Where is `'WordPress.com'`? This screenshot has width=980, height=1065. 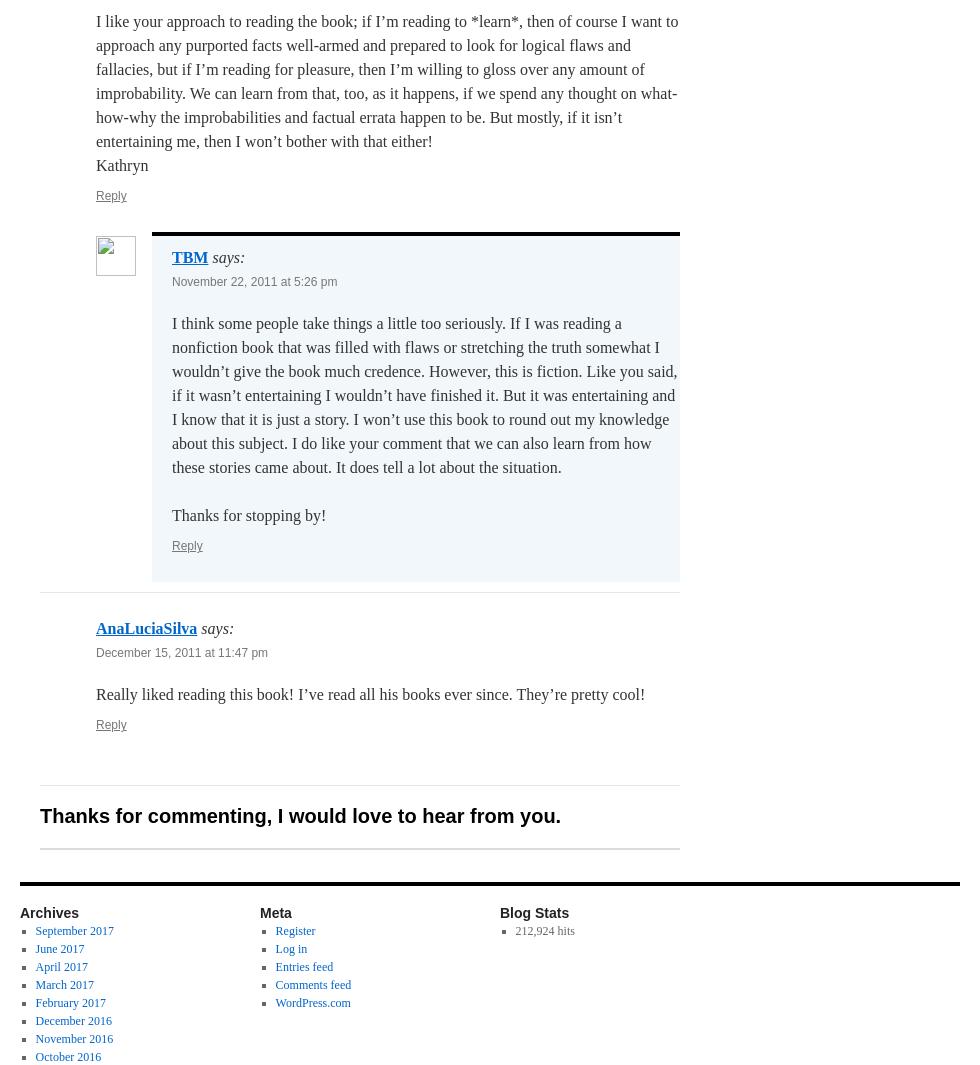
'WordPress.com' is located at coordinates (312, 1003).